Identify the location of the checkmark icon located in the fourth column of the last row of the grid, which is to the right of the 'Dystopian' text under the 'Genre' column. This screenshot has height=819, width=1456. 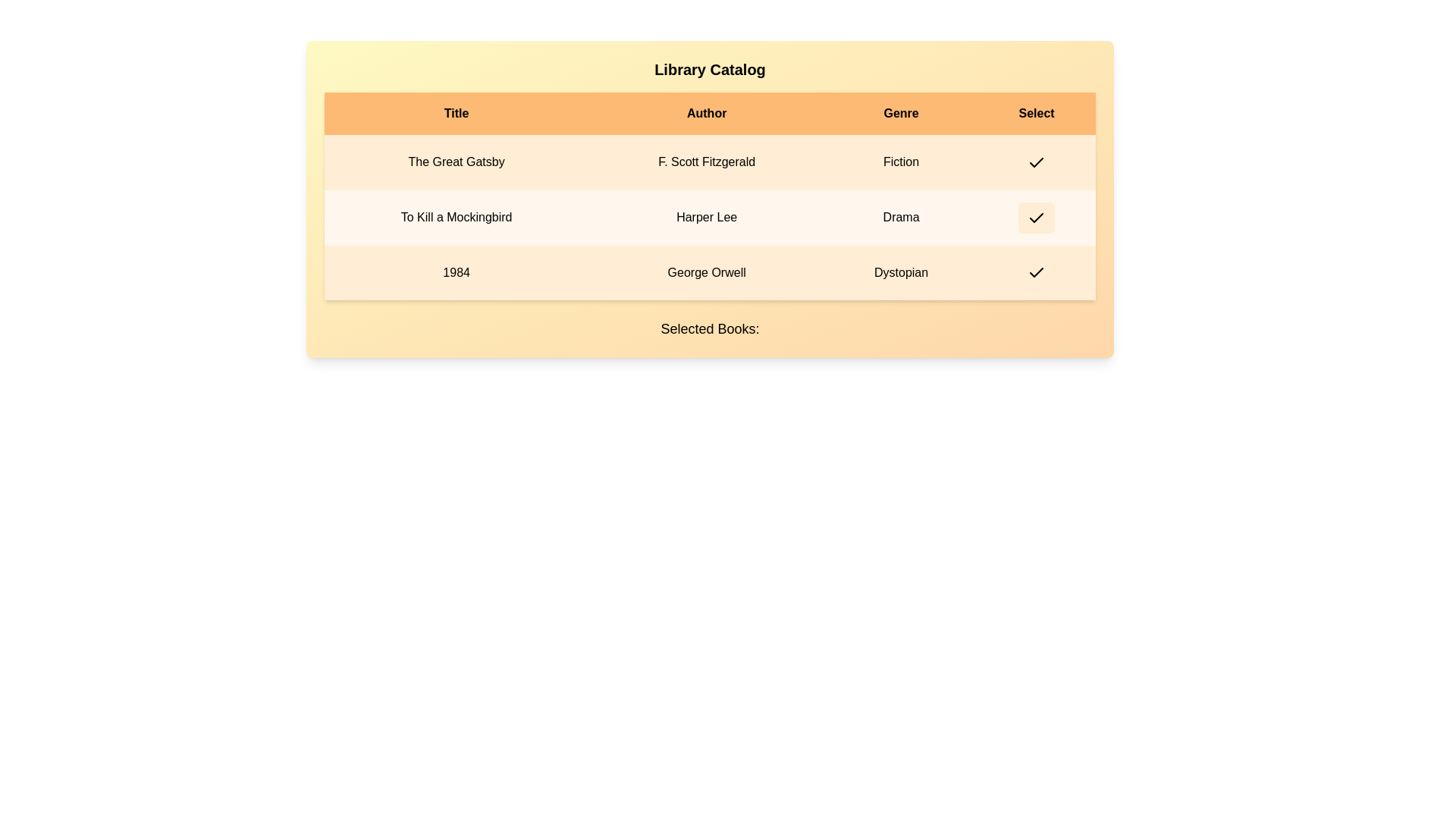
(1036, 271).